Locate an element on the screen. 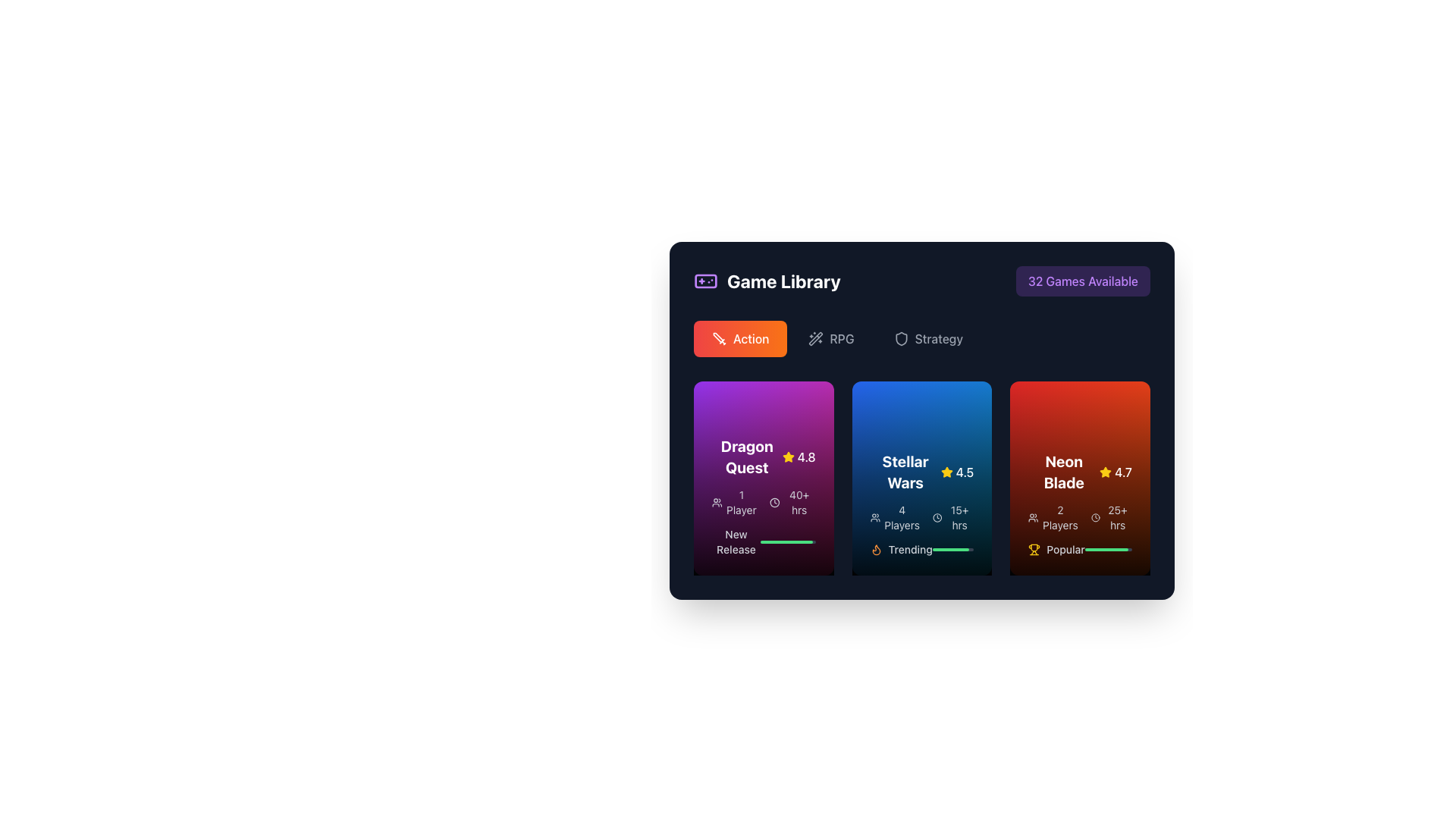  the game title text label located in the first card from the left in the row of three cards is located at coordinates (747, 456).